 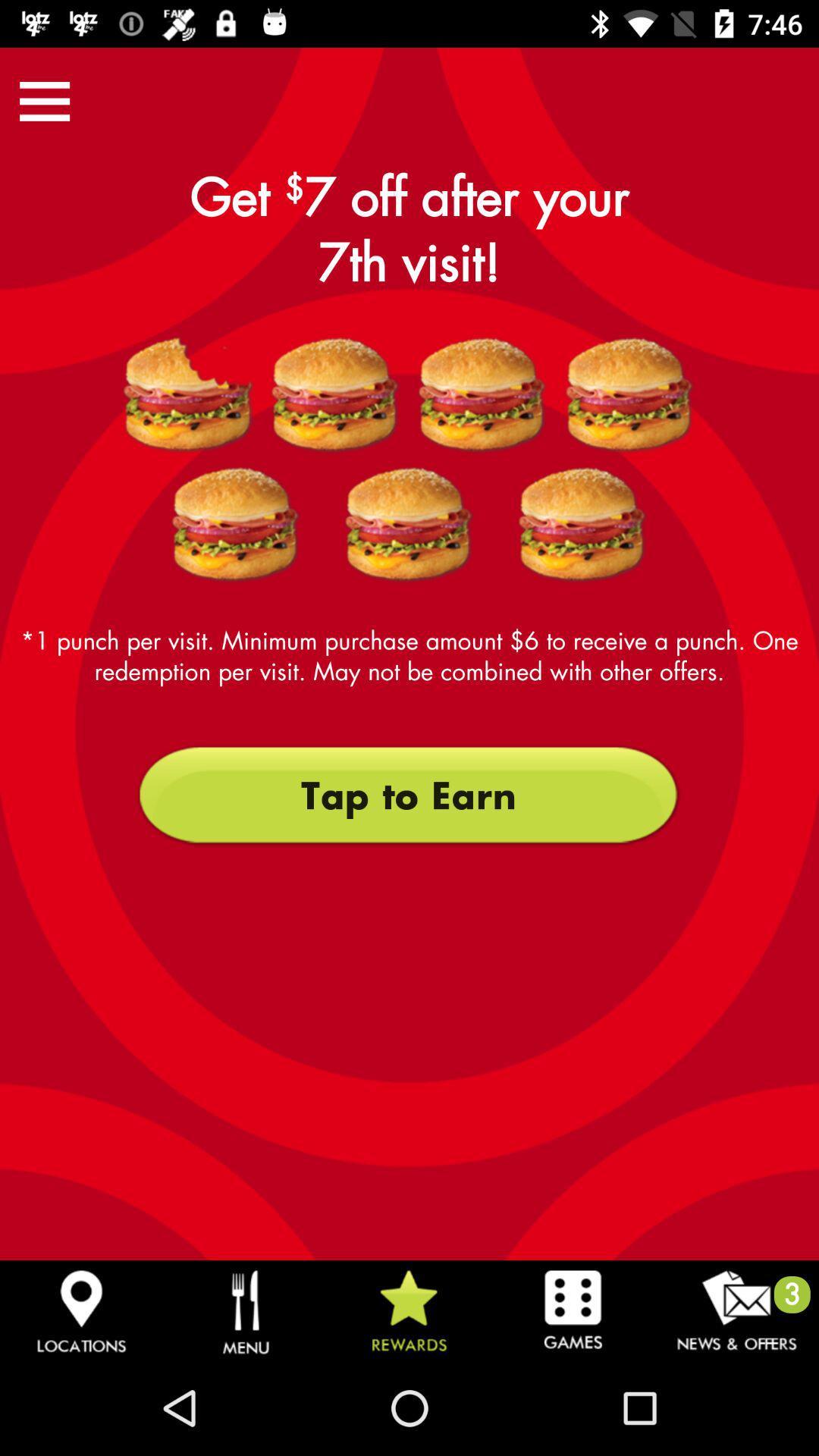 What do you see at coordinates (44, 100) in the screenshot?
I see `item to the left of the get 7 off` at bounding box center [44, 100].